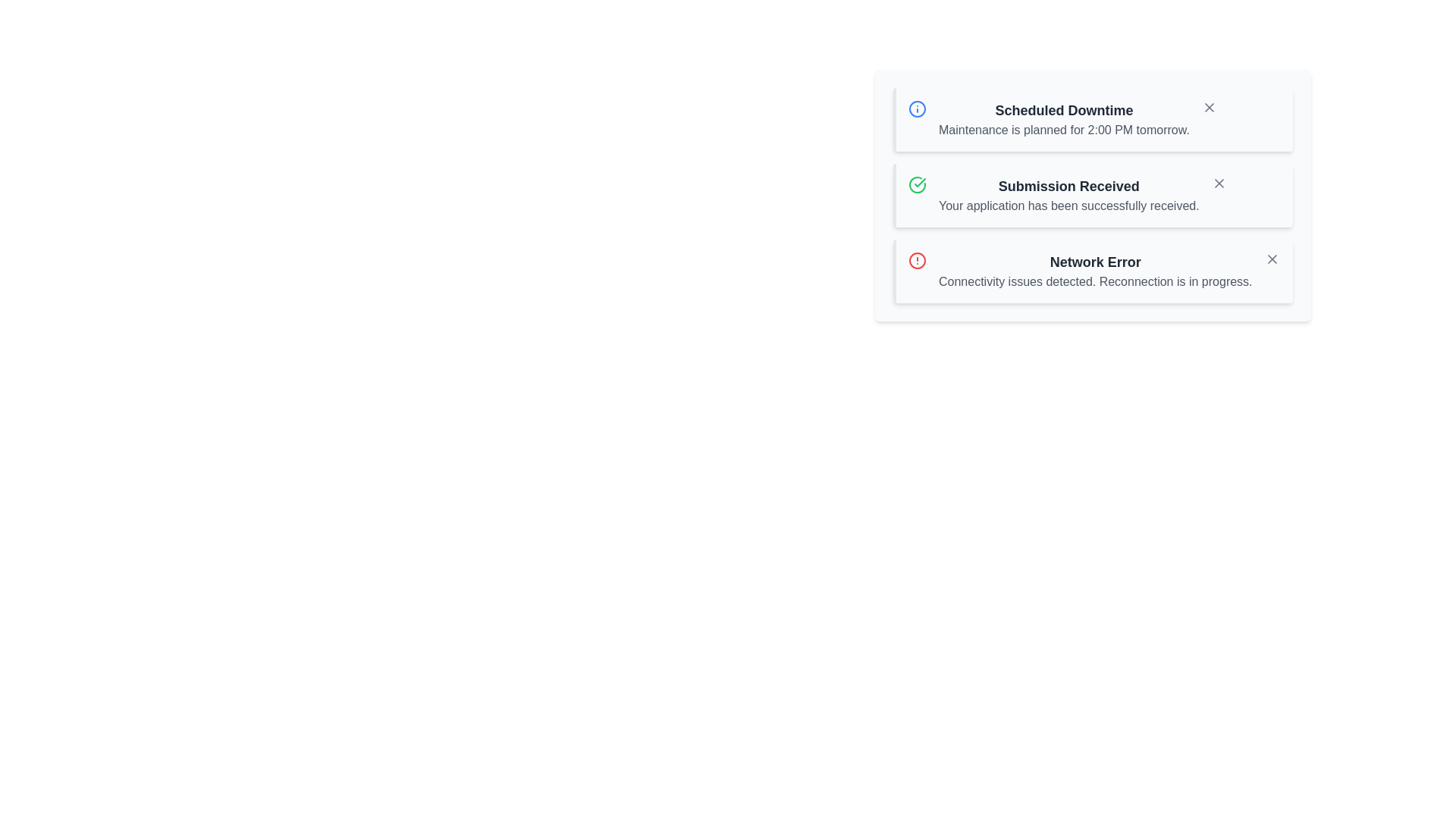  What do you see at coordinates (1095, 271) in the screenshot?
I see `the third text-based notification element in the vertical list that notifies the user of connectivity issues` at bounding box center [1095, 271].